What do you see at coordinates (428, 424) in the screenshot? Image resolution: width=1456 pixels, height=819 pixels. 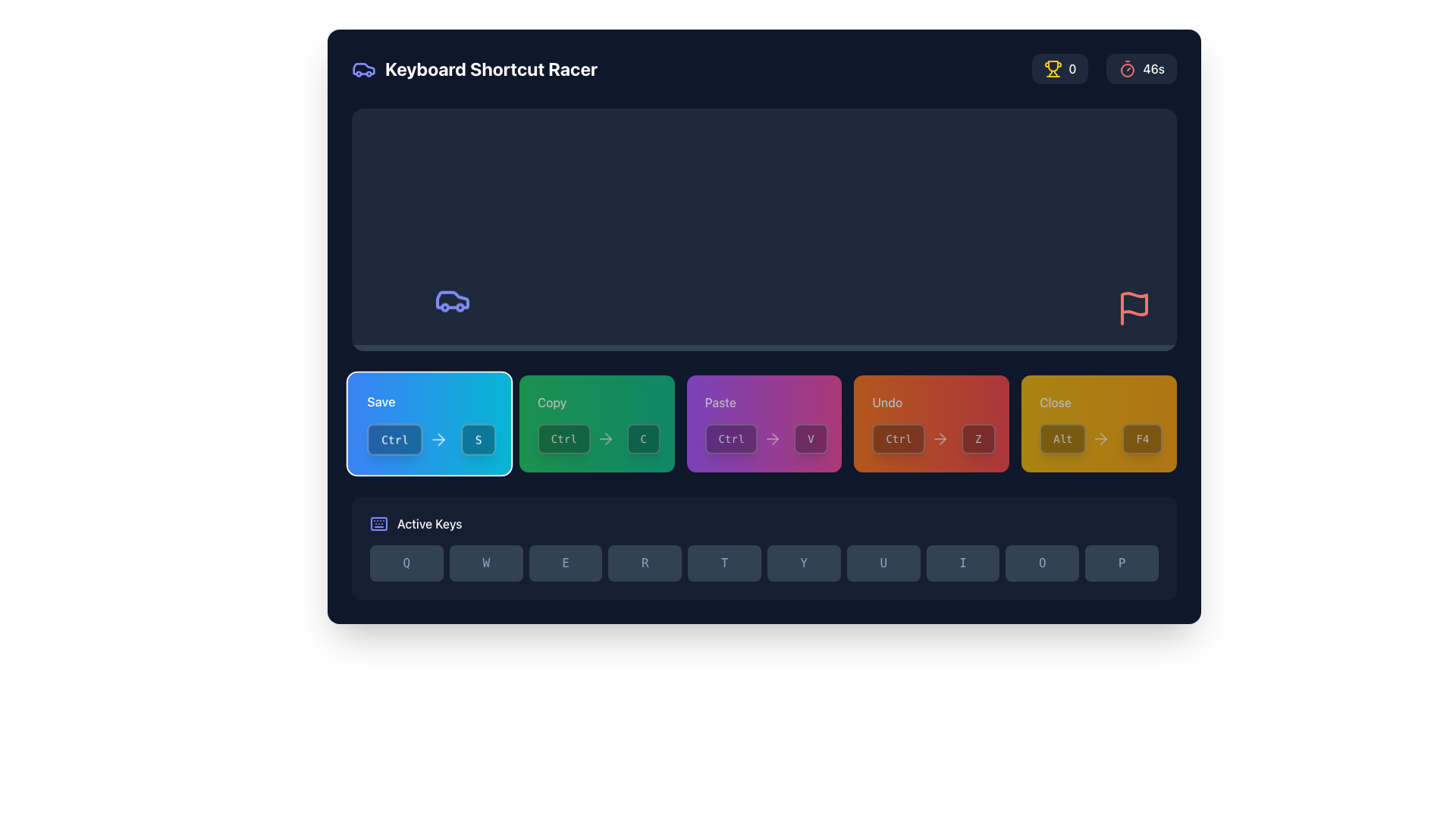 I see `the Visual keyboard shortcut display element that shows 'Save' followed by 'Ctrl → S', which is positioned in the first column of a grid layout, directly to the left of 'Copy Ctrl → C' and above the 'Active Keys' section` at bounding box center [428, 424].